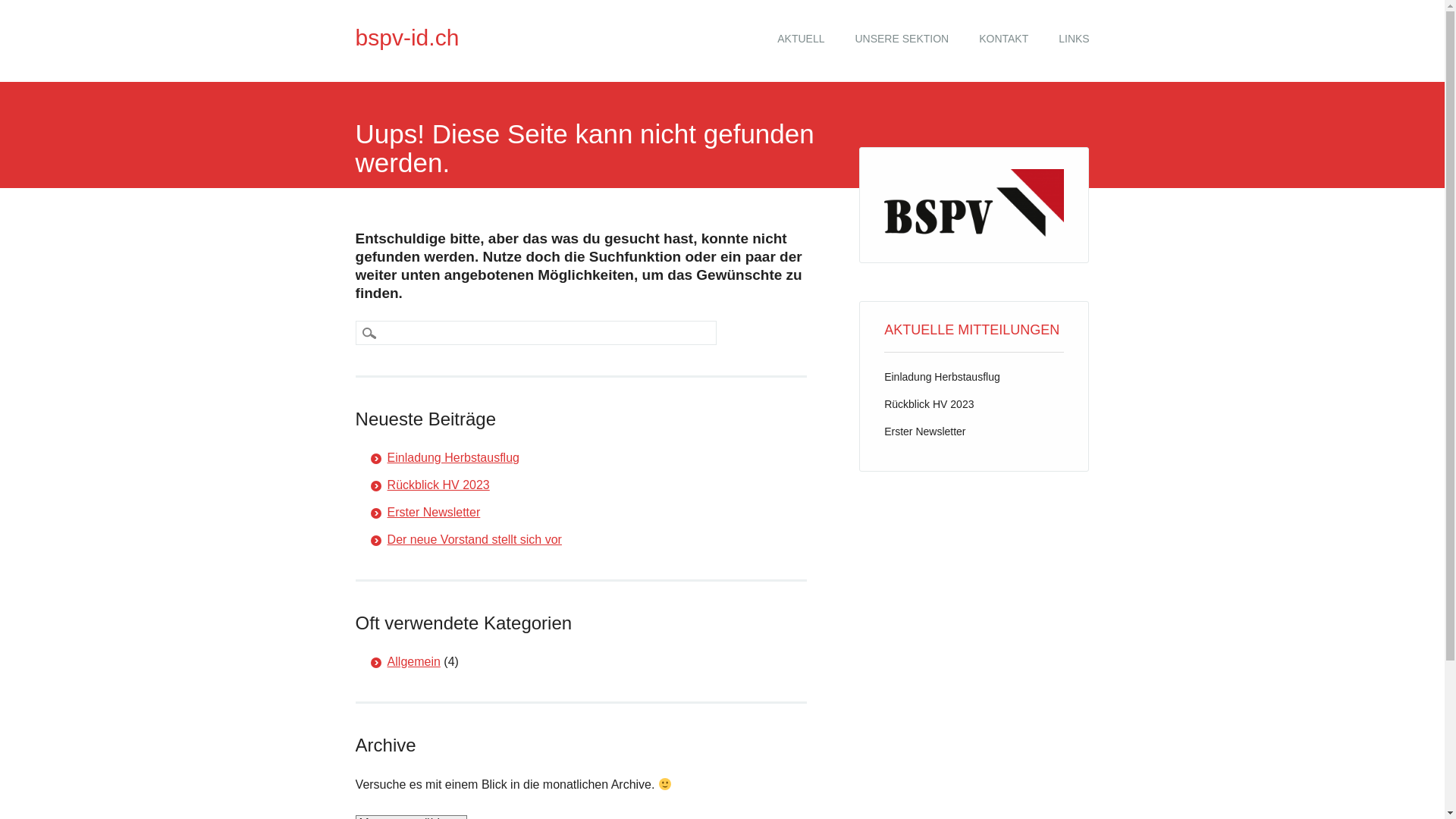  Describe the element at coordinates (1043, 37) in the screenshot. I see `'LINKS'` at that location.